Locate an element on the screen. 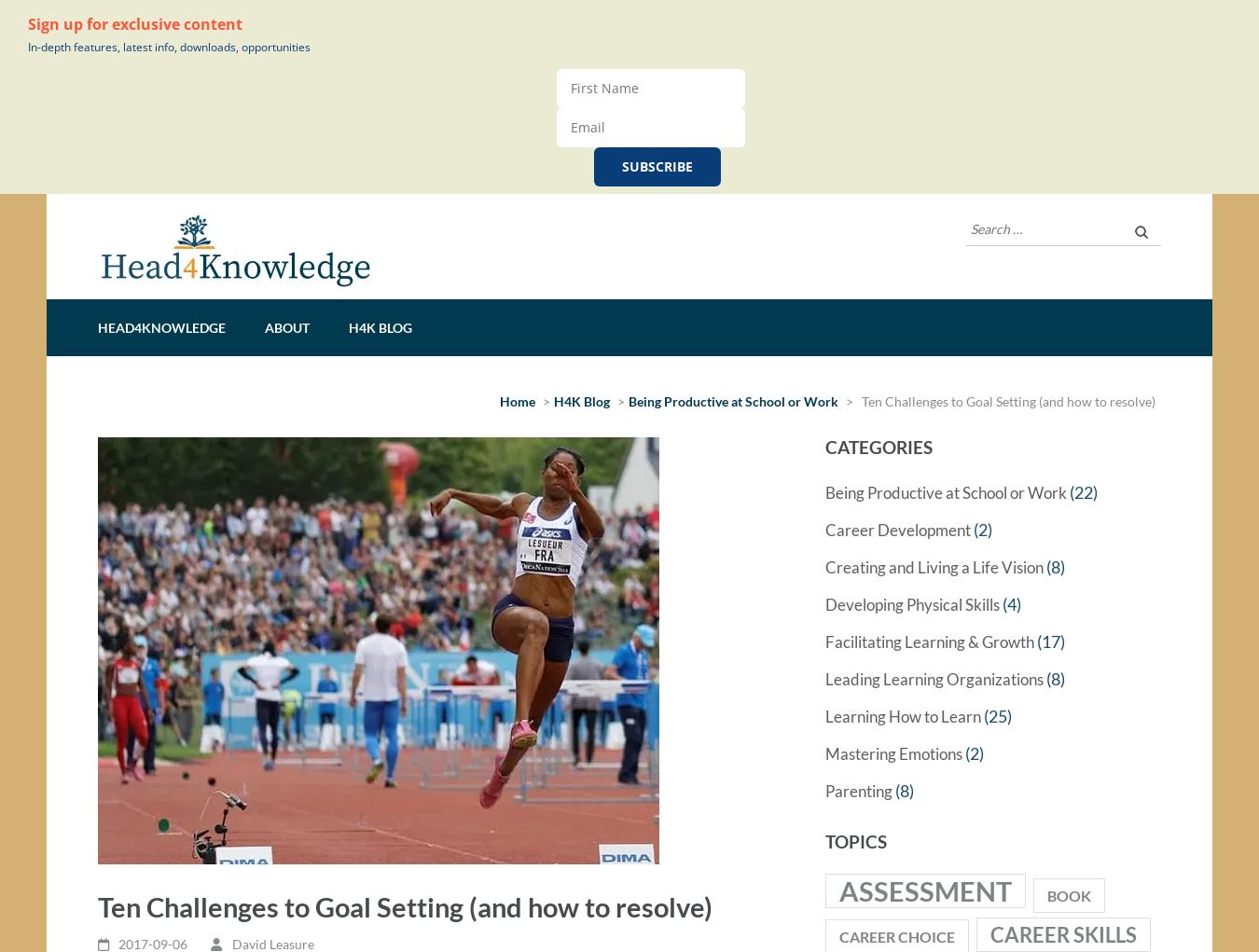 Image resolution: width=1259 pixels, height=952 pixels. '(25)' is located at coordinates (996, 723).